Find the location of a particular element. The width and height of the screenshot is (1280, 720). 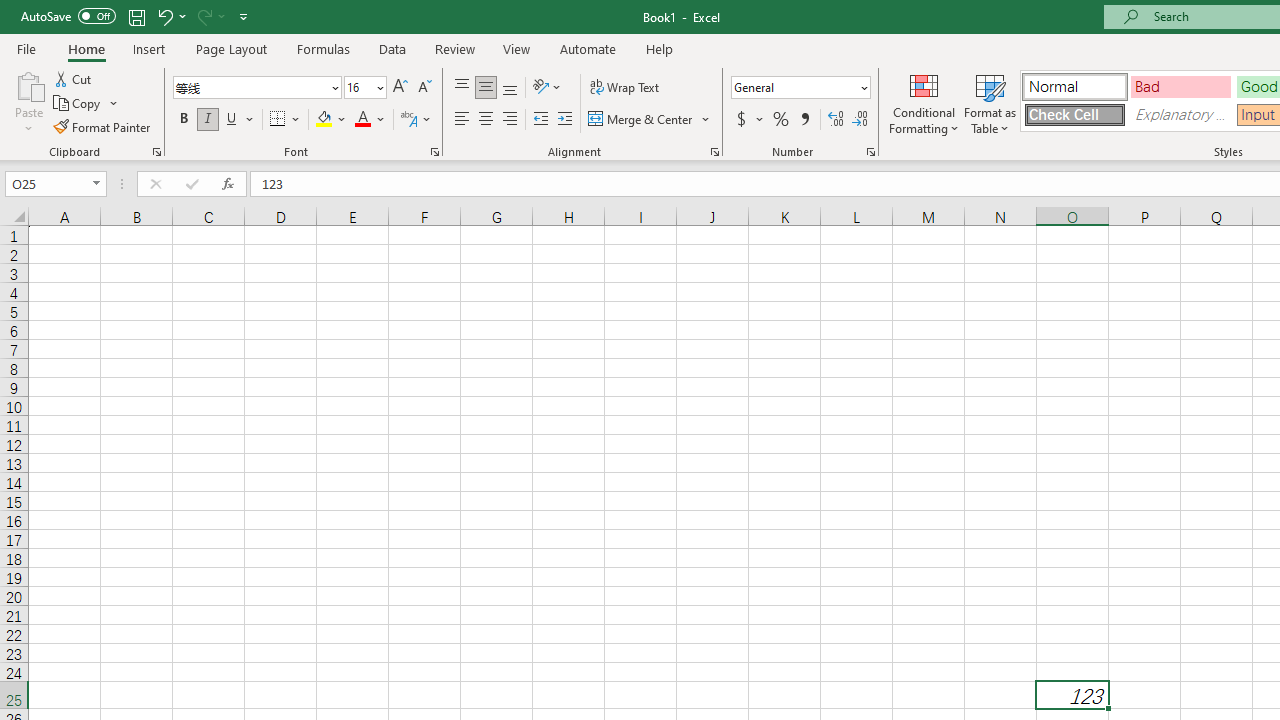

'Accounting Number Format' is located at coordinates (748, 119).